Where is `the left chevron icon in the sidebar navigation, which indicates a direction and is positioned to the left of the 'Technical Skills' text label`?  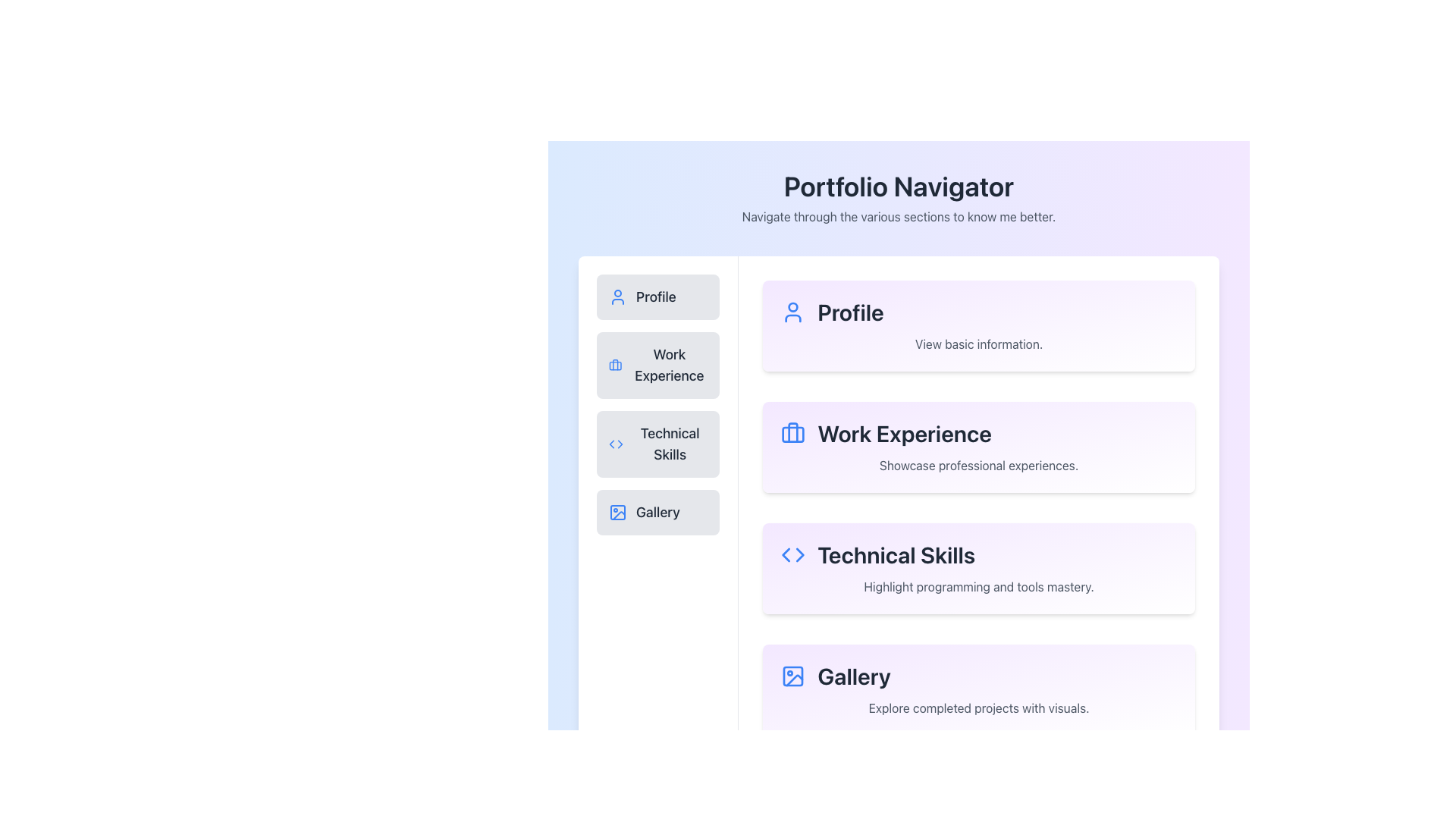 the left chevron icon in the sidebar navigation, which indicates a direction and is positioned to the left of the 'Technical Skills' text label is located at coordinates (611, 444).